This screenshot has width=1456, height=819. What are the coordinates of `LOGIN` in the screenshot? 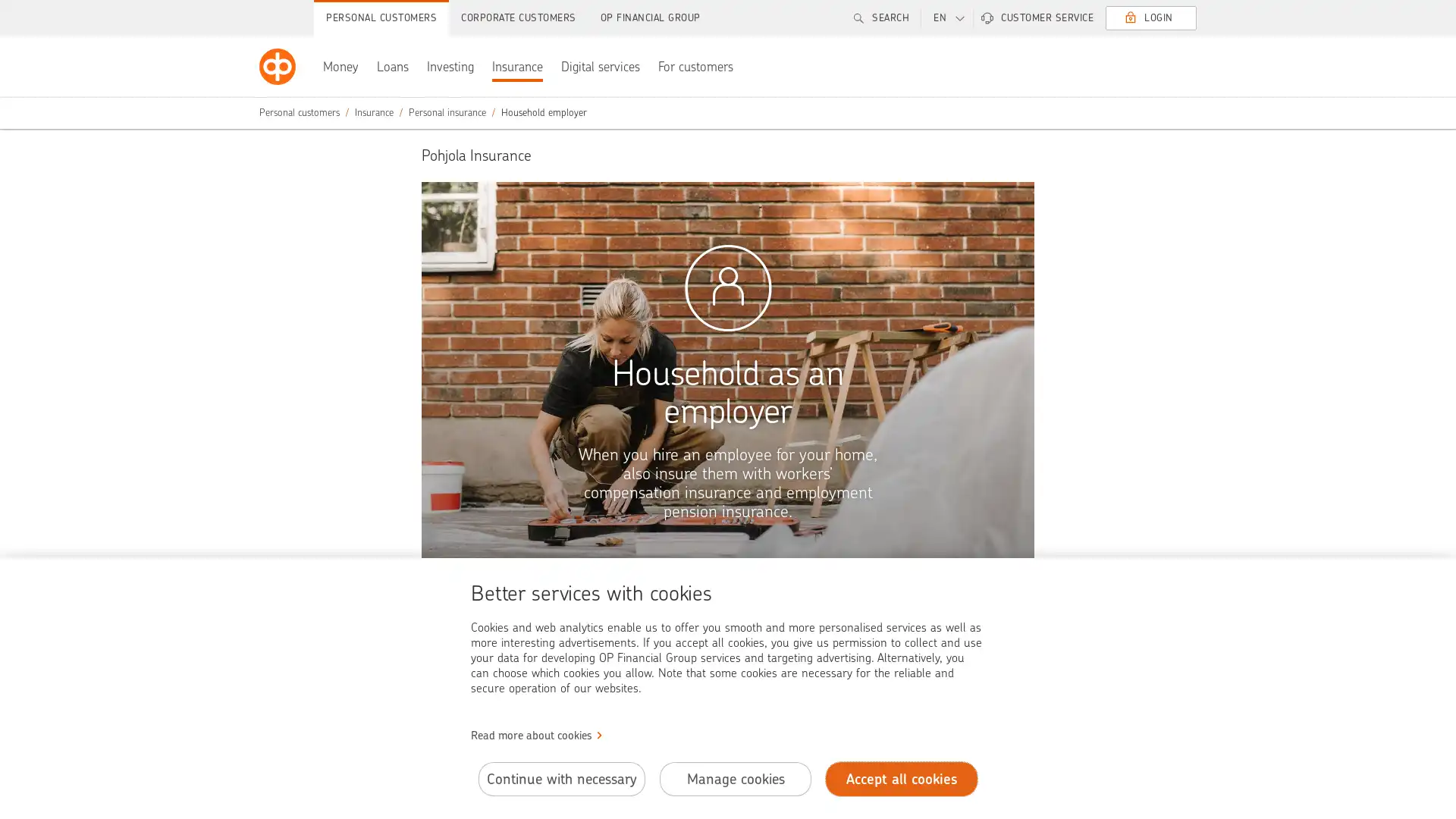 It's located at (1150, 17).